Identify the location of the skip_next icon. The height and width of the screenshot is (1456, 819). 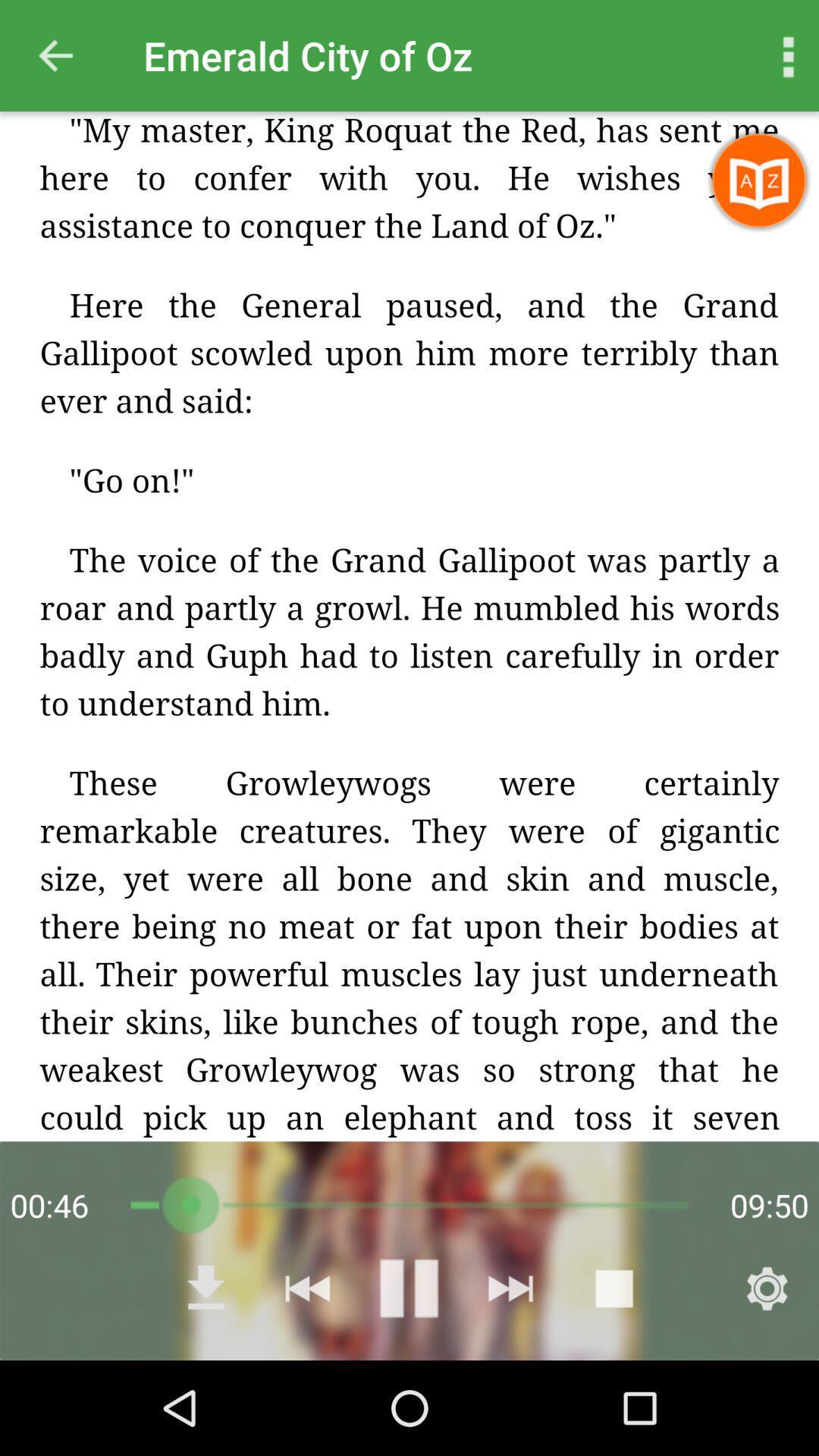
(510, 1288).